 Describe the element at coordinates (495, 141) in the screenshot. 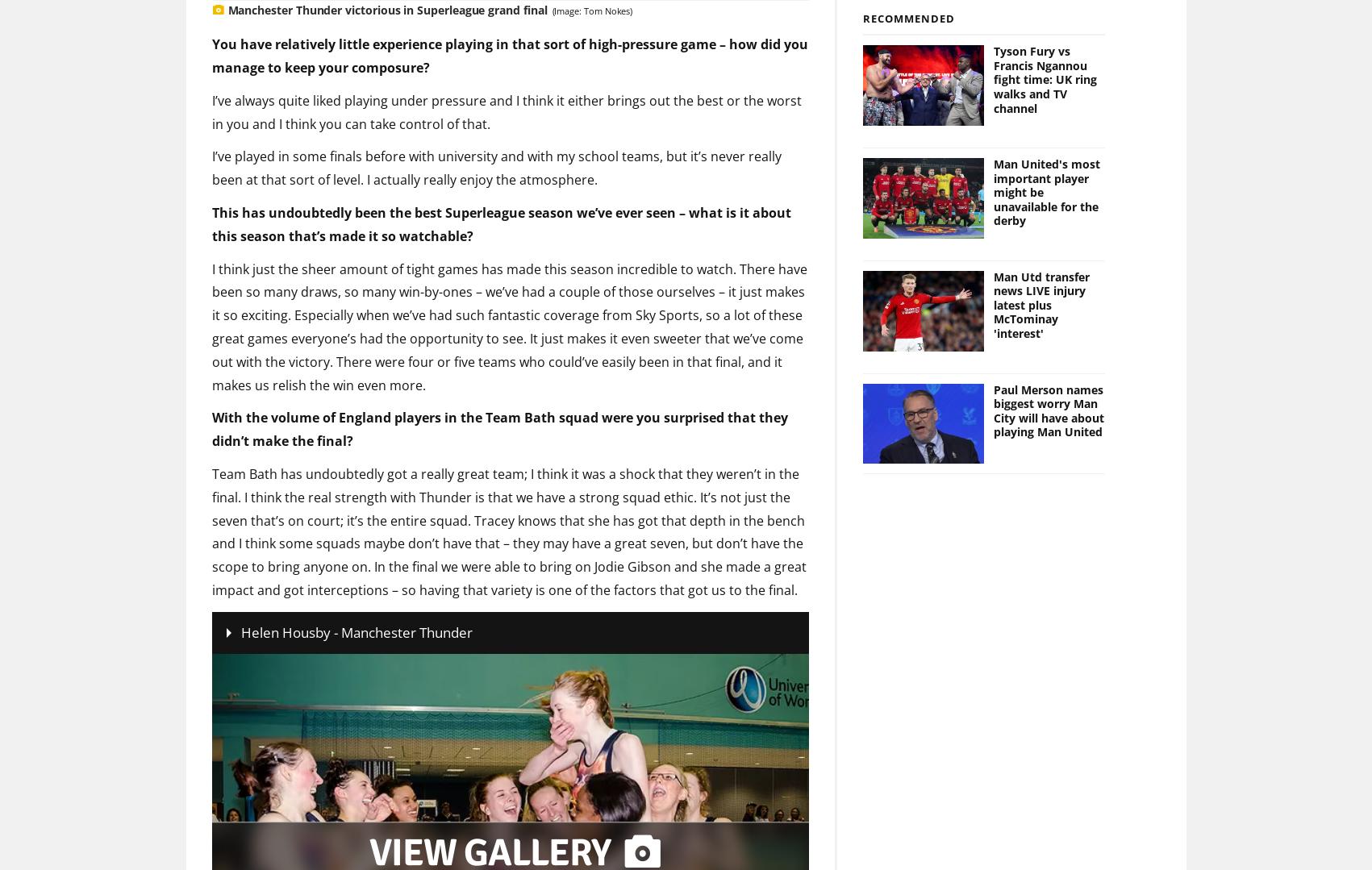

I see `'I’ve played in some finals before with university and with my school teams, but it’s never really been at that sort of level. I actually really enjoy the atmosphere.'` at that location.